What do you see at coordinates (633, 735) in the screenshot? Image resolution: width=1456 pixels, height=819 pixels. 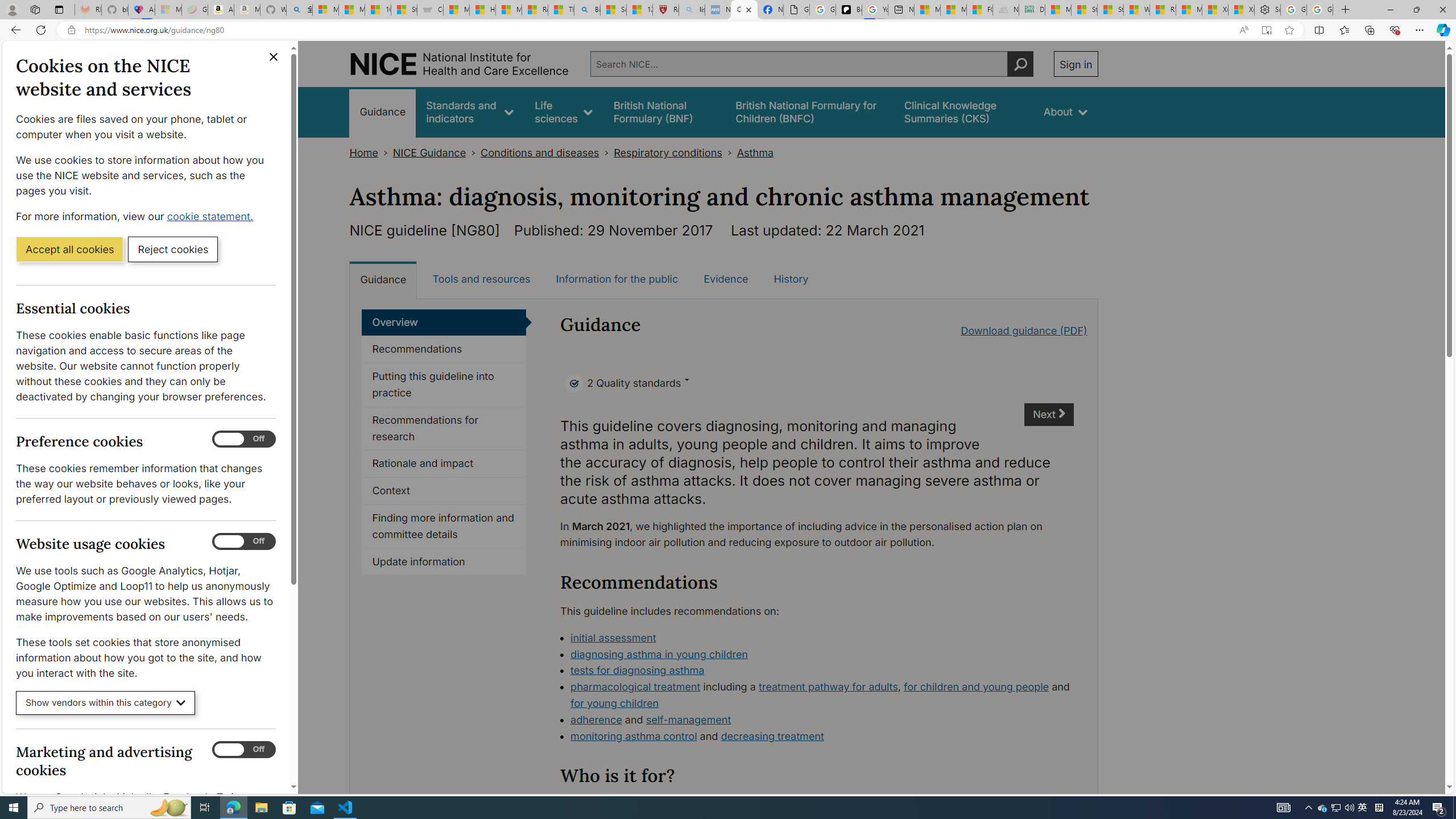 I see `'monitoring asthma control'` at bounding box center [633, 735].